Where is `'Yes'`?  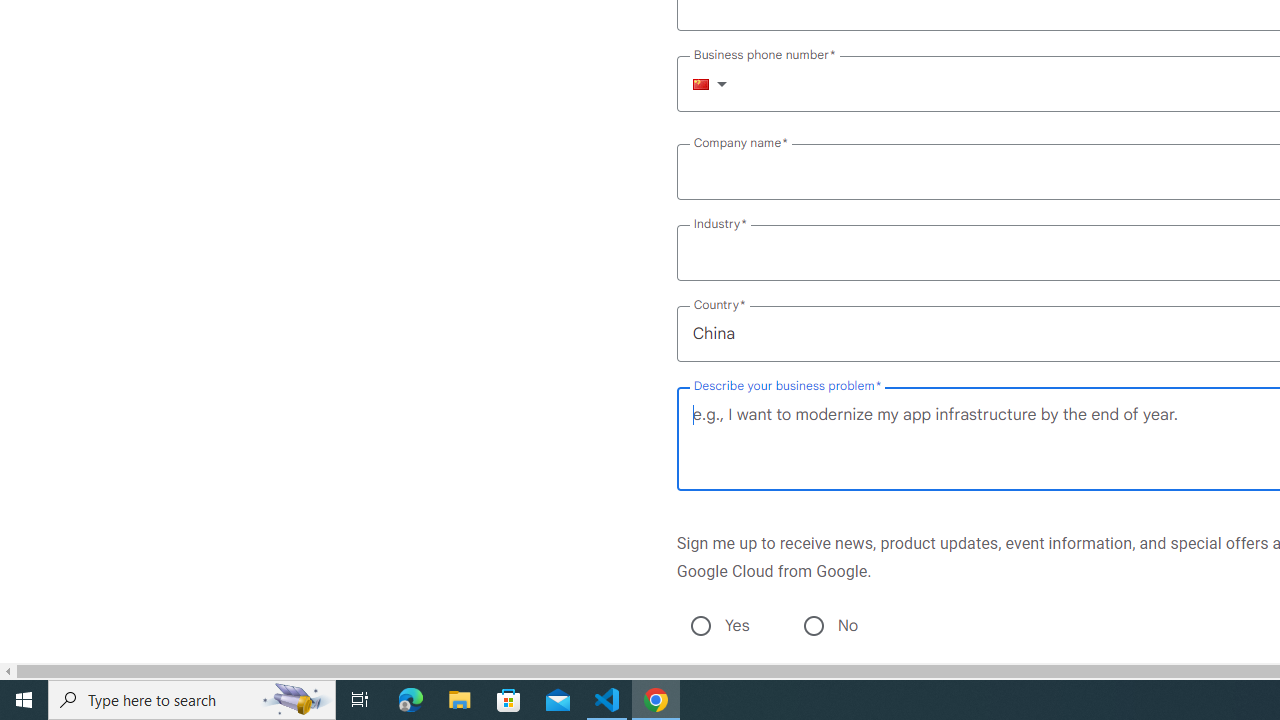
'Yes' is located at coordinates (700, 625).